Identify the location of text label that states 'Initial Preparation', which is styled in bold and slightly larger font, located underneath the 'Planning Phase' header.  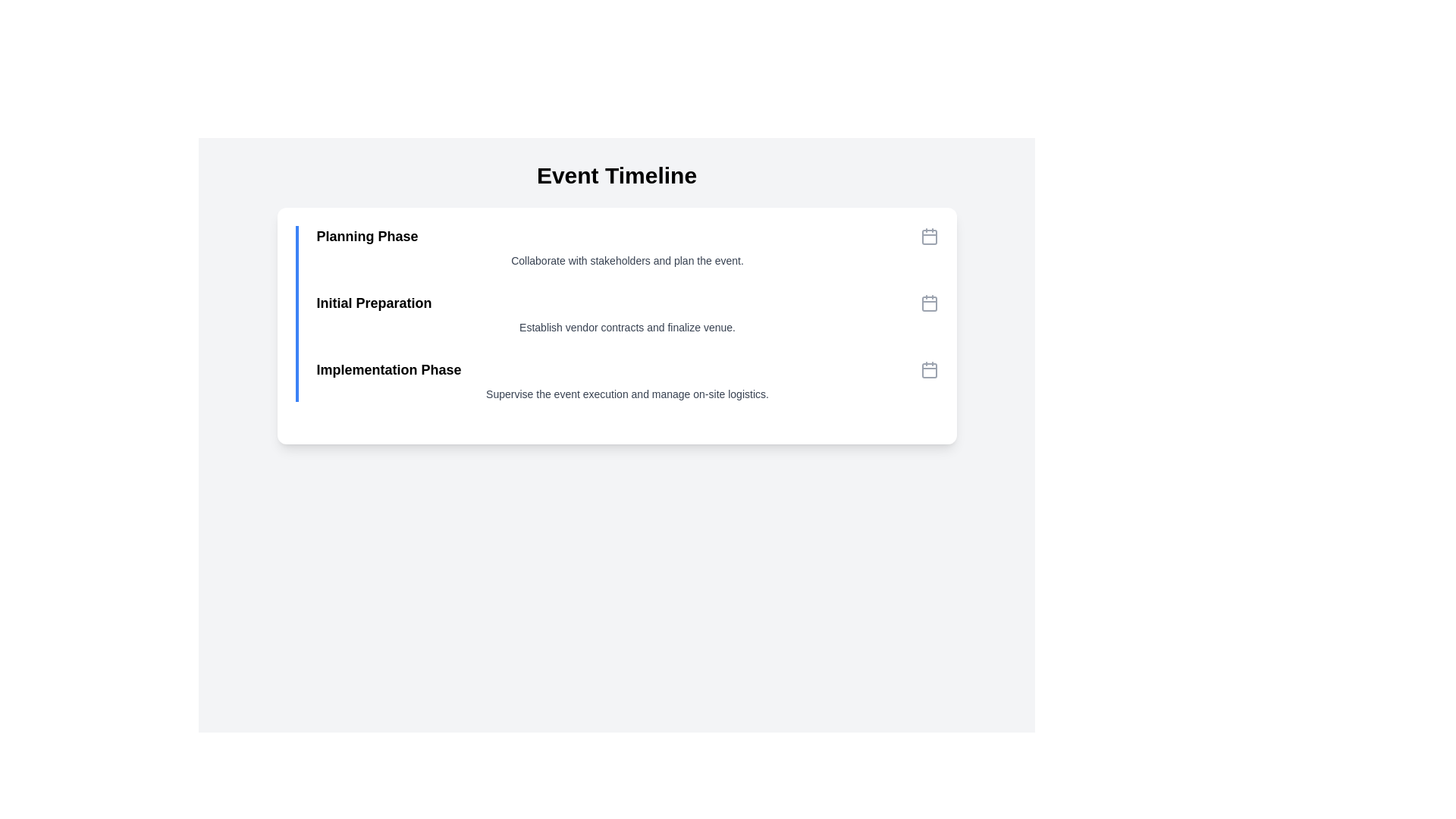
(374, 303).